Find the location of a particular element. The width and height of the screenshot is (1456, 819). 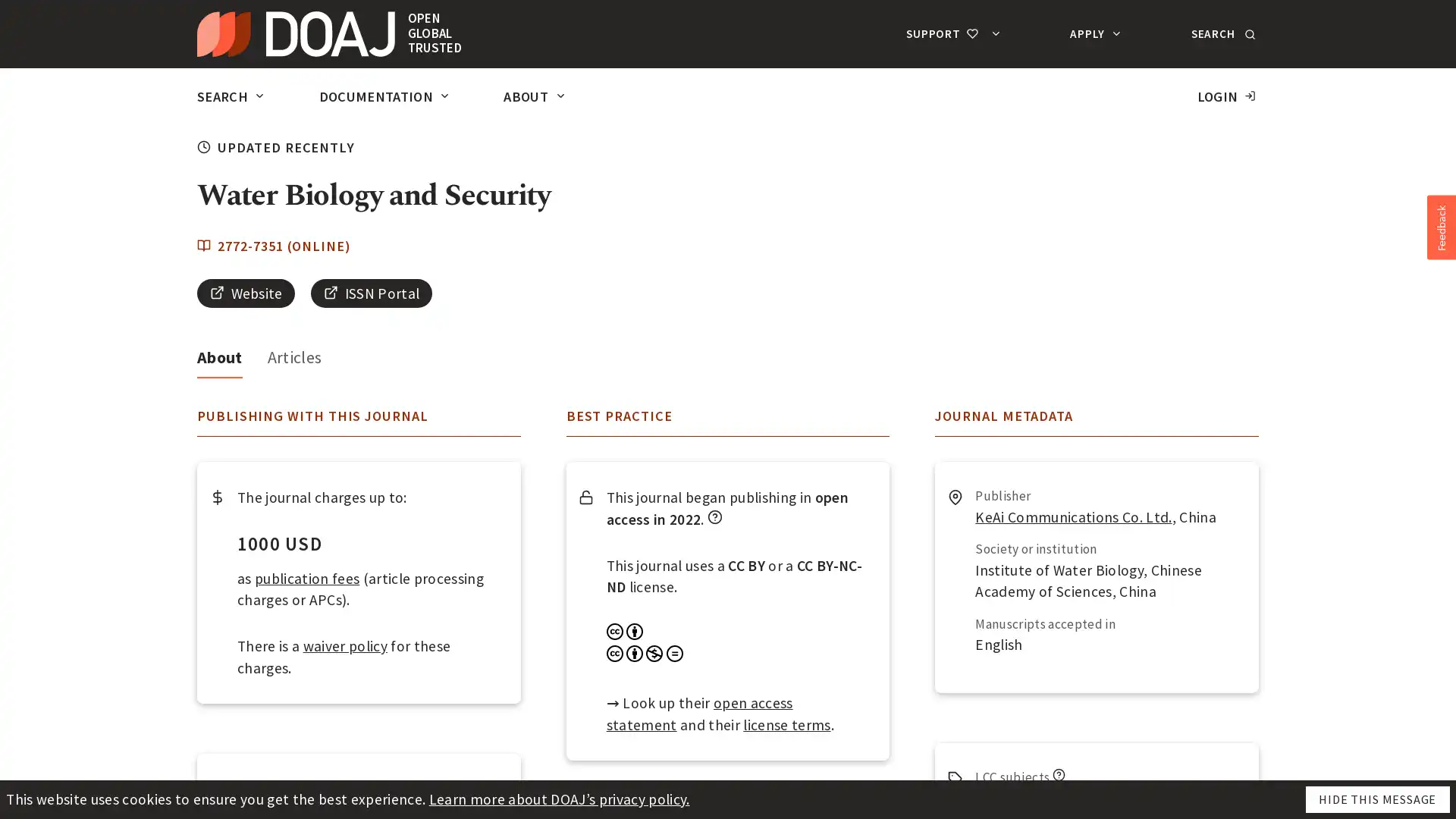

SEARCH is located at coordinates (1221, 33).